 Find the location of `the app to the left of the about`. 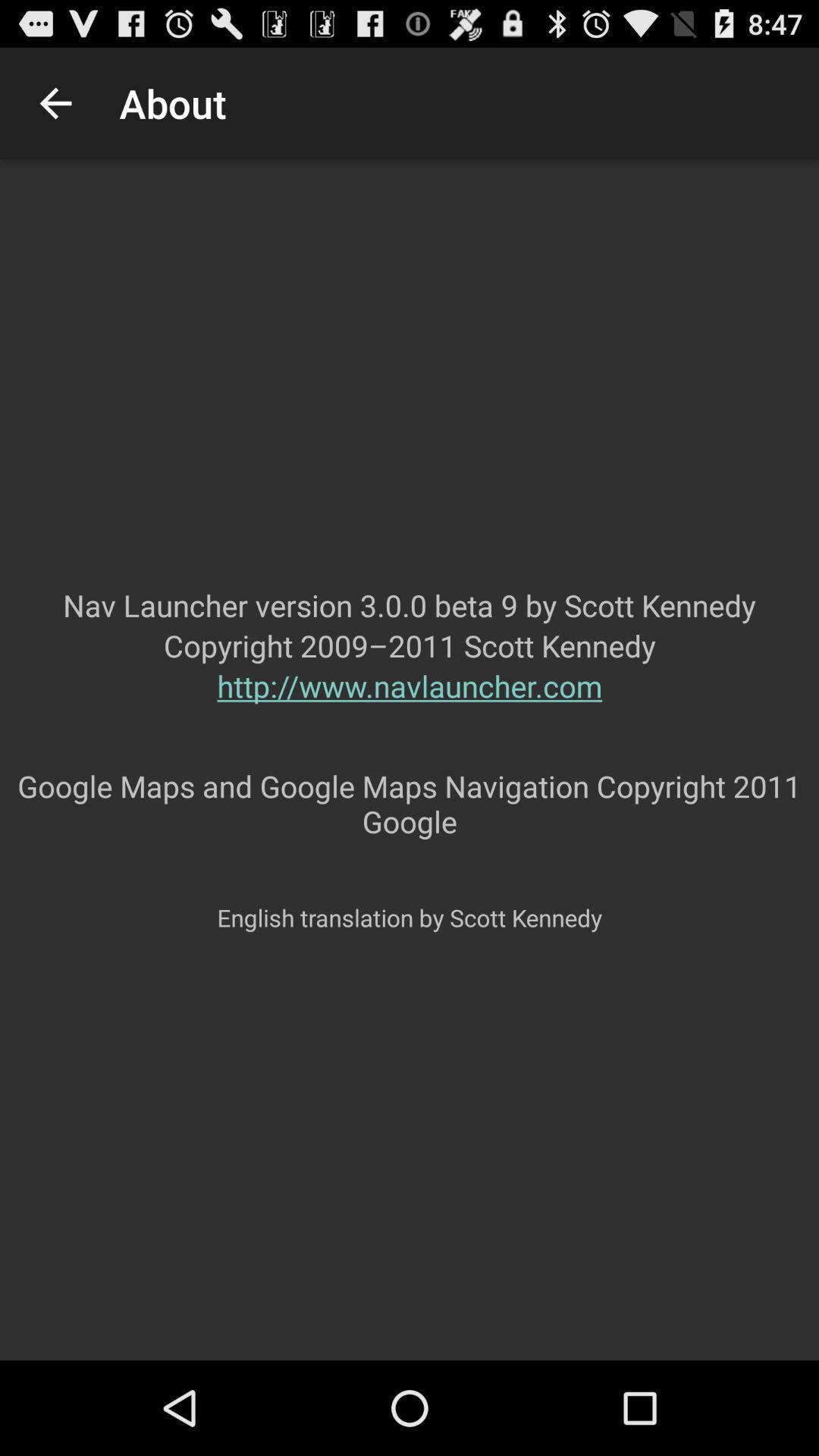

the app to the left of the about is located at coordinates (55, 102).